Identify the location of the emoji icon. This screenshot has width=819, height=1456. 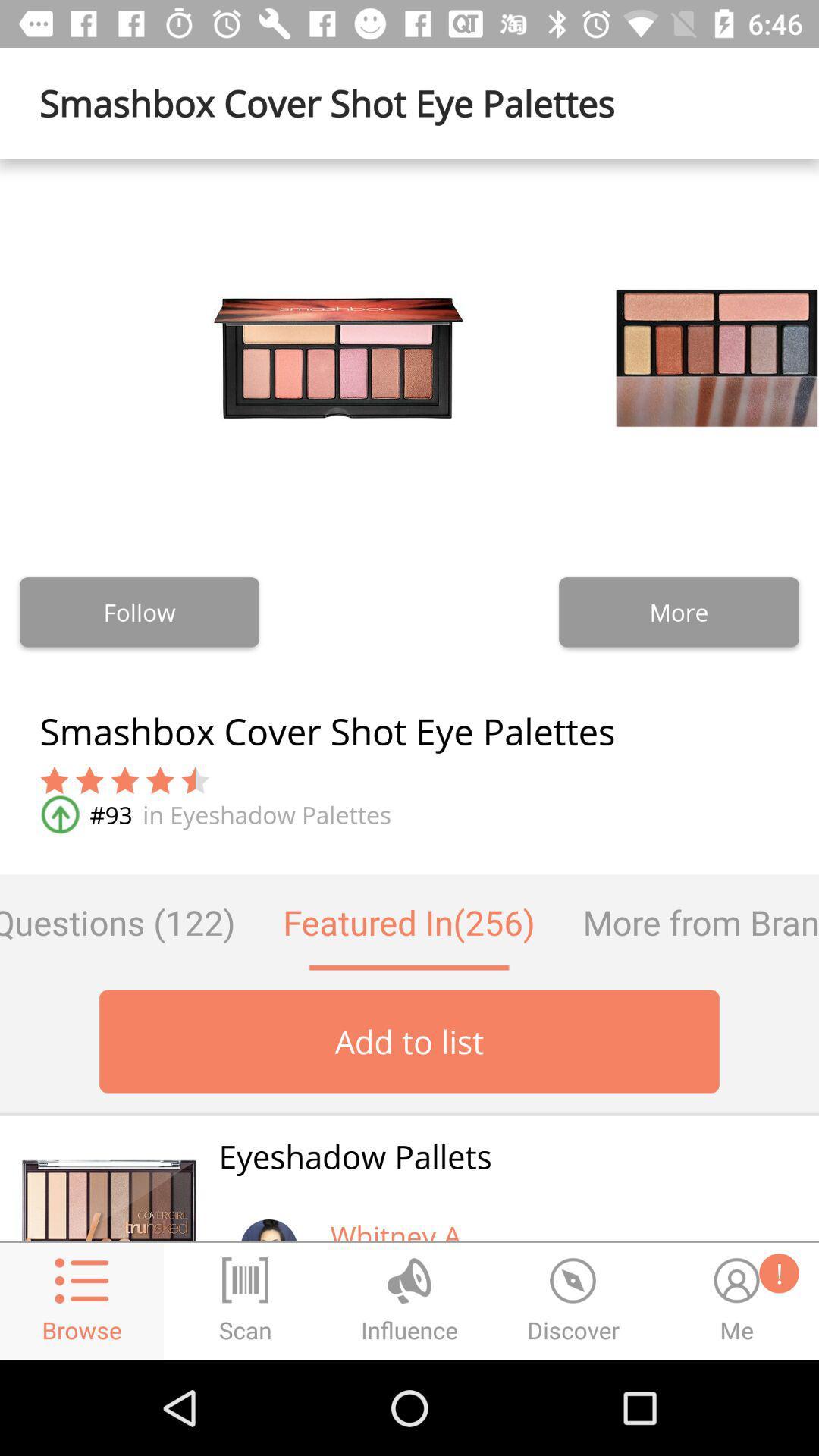
(736, 1301).